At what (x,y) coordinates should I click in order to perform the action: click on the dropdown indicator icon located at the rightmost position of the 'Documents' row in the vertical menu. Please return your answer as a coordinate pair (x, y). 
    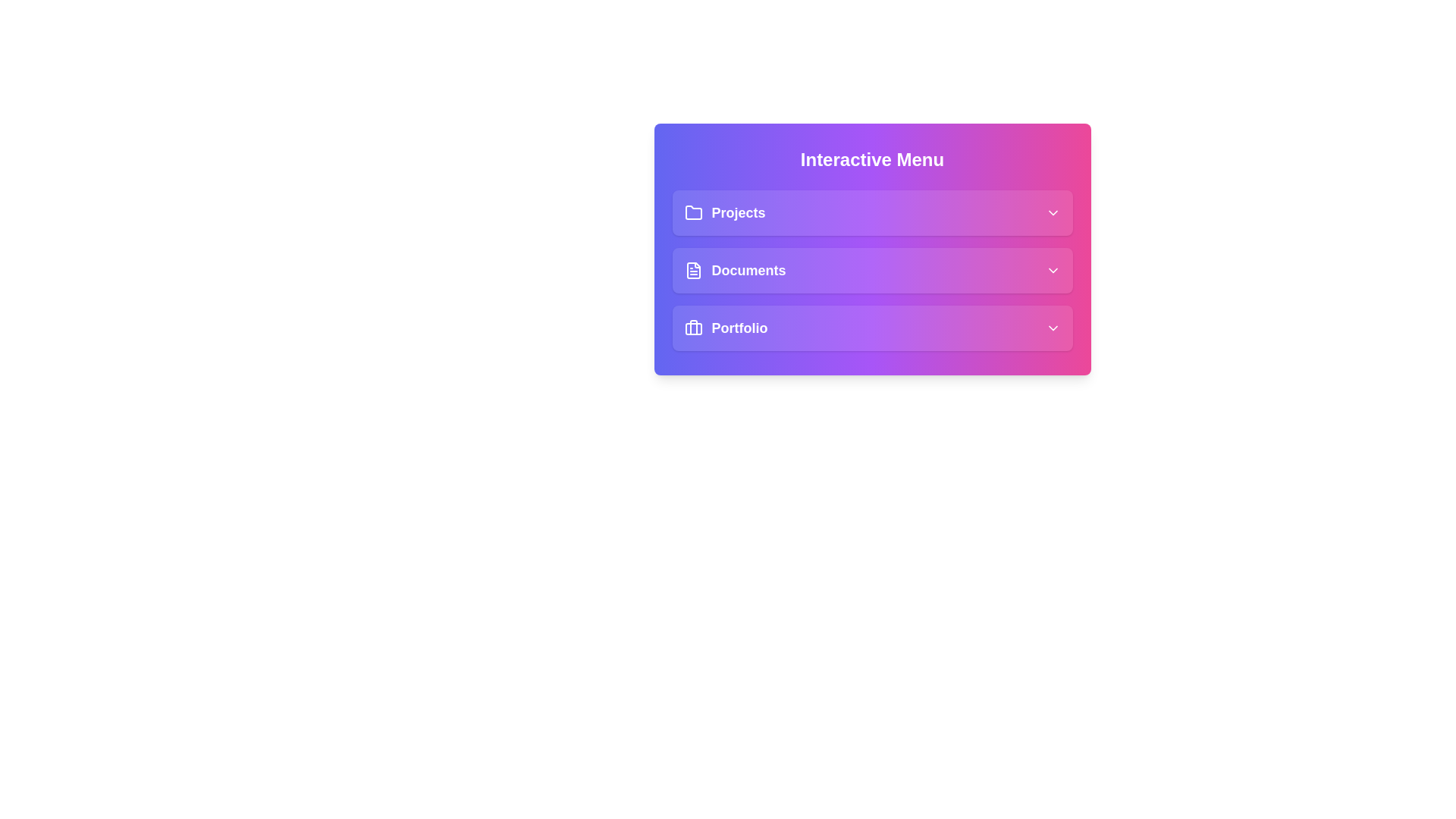
    Looking at the image, I should click on (1052, 270).